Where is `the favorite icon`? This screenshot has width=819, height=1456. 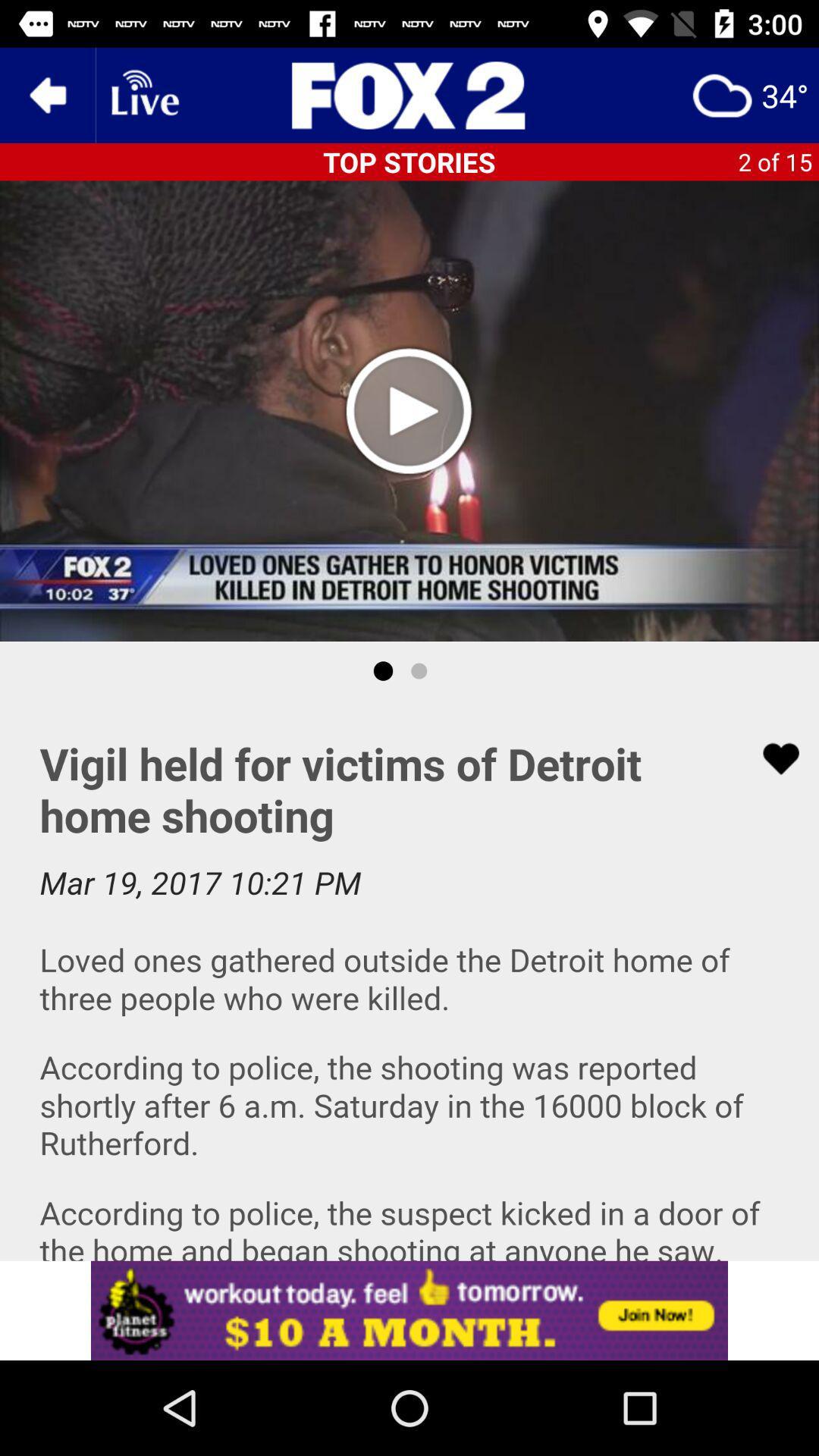
the favorite icon is located at coordinates (771, 758).